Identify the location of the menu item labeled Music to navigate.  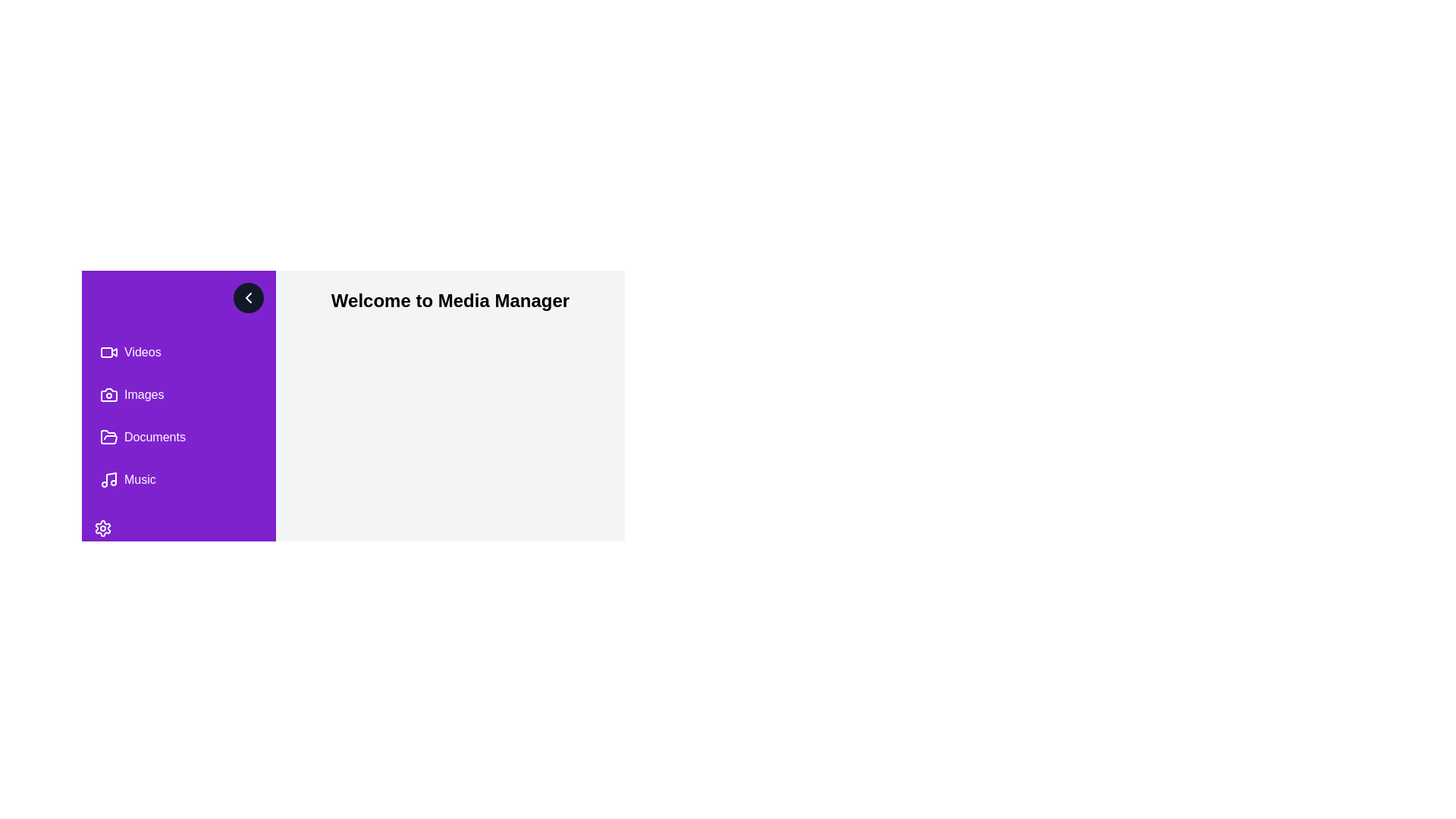
(178, 479).